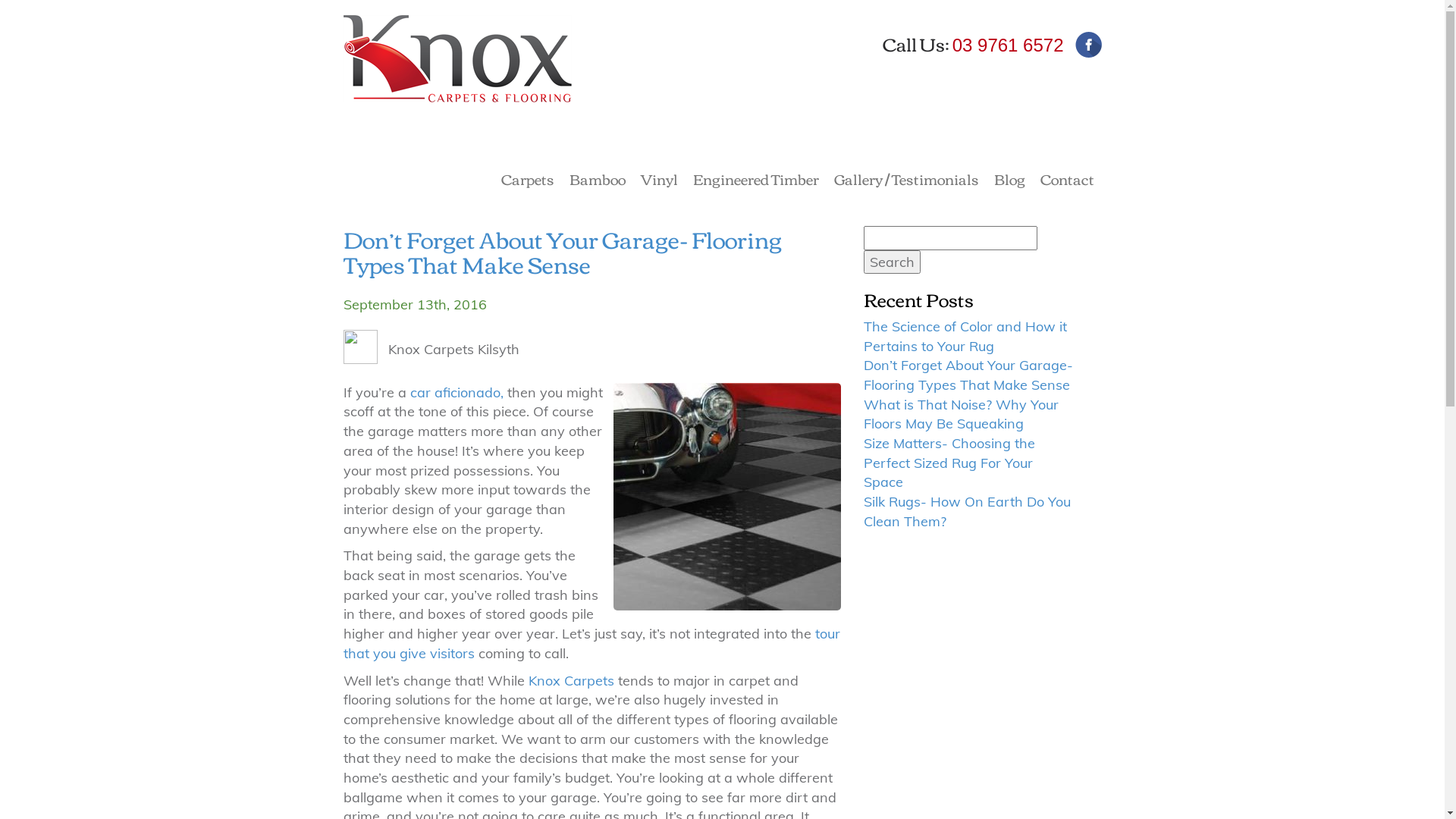 This screenshot has width=1456, height=819. Describe the element at coordinates (1009, 180) in the screenshot. I see `'Blog'` at that location.